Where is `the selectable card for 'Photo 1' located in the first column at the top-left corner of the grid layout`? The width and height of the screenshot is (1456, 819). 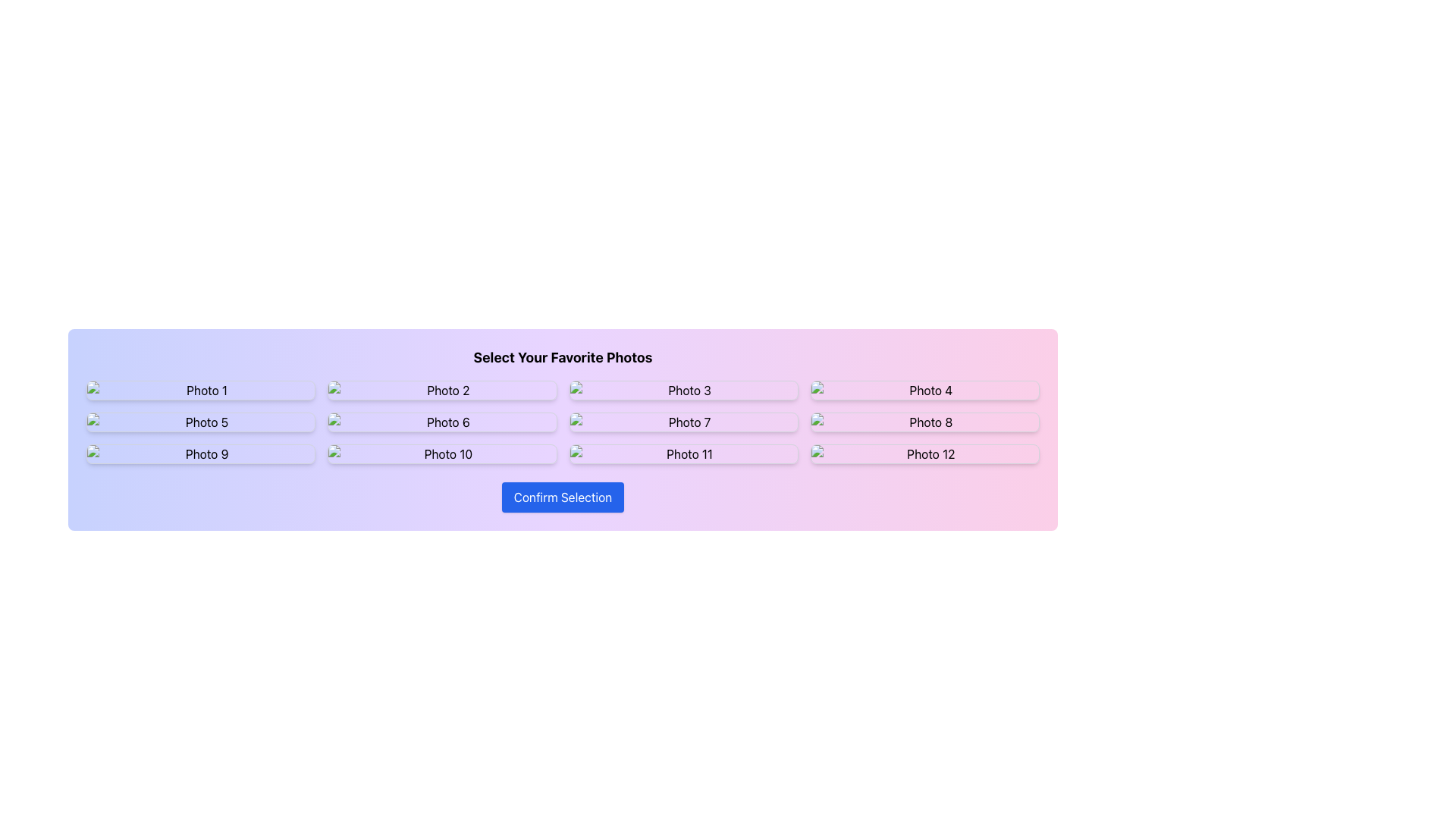
the selectable card for 'Photo 1' located in the first column at the top-left corner of the grid layout is located at coordinates (200, 390).